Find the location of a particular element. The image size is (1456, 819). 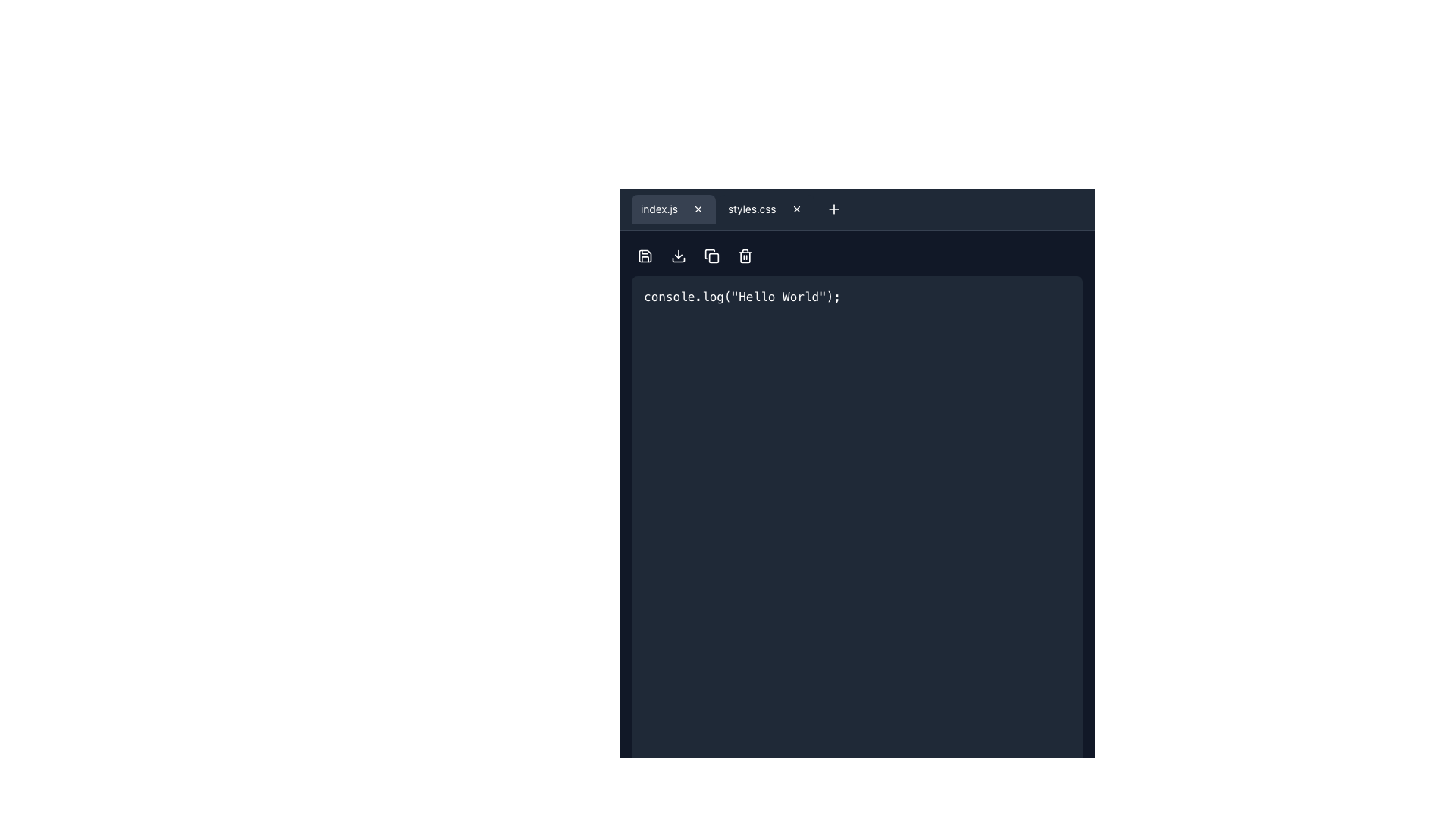

the download button with a circular background and a download icon is located at coordinates (677, 256).